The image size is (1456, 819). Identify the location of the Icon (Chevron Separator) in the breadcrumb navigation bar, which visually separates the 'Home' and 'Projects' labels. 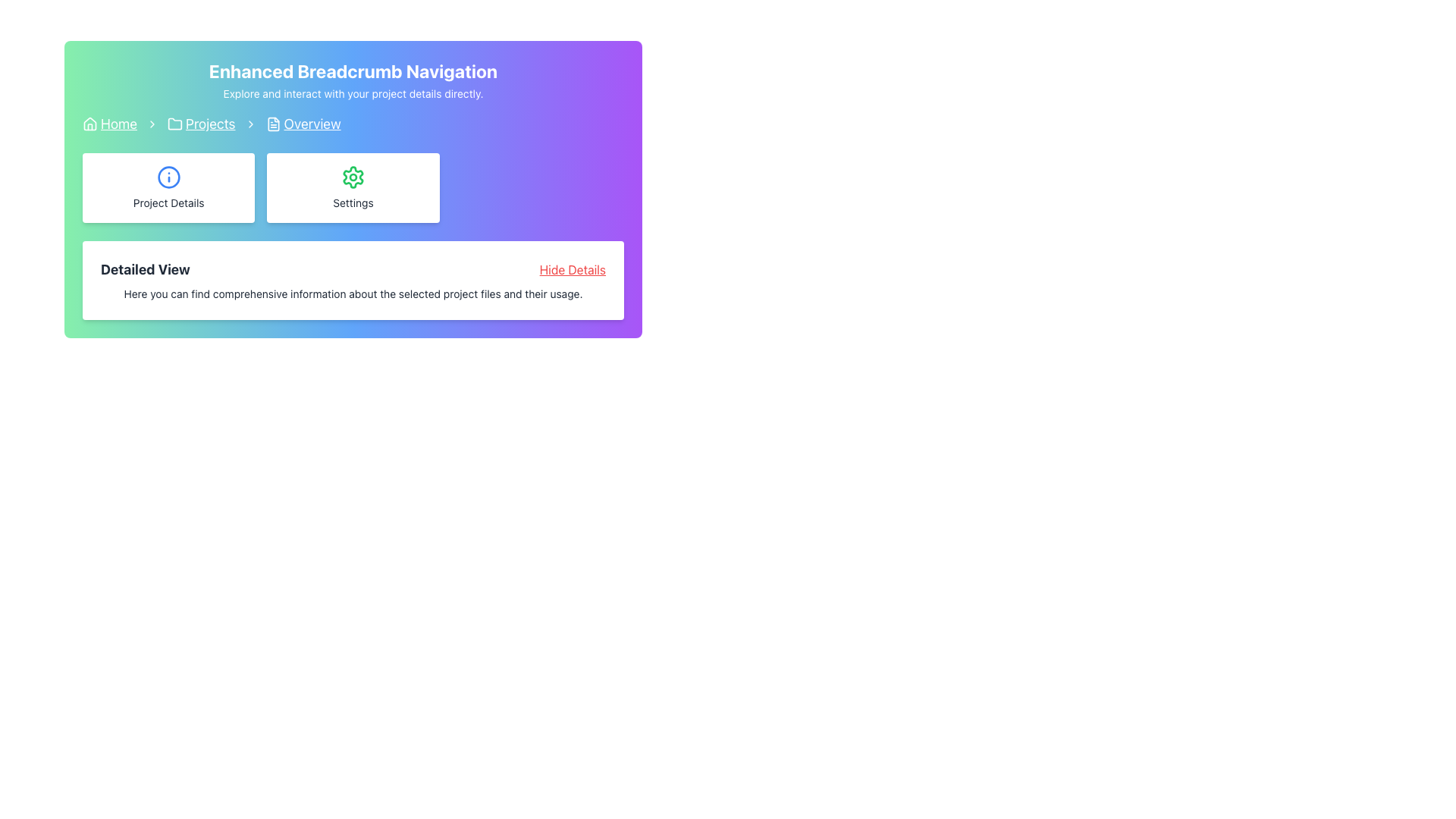
(152, 124).